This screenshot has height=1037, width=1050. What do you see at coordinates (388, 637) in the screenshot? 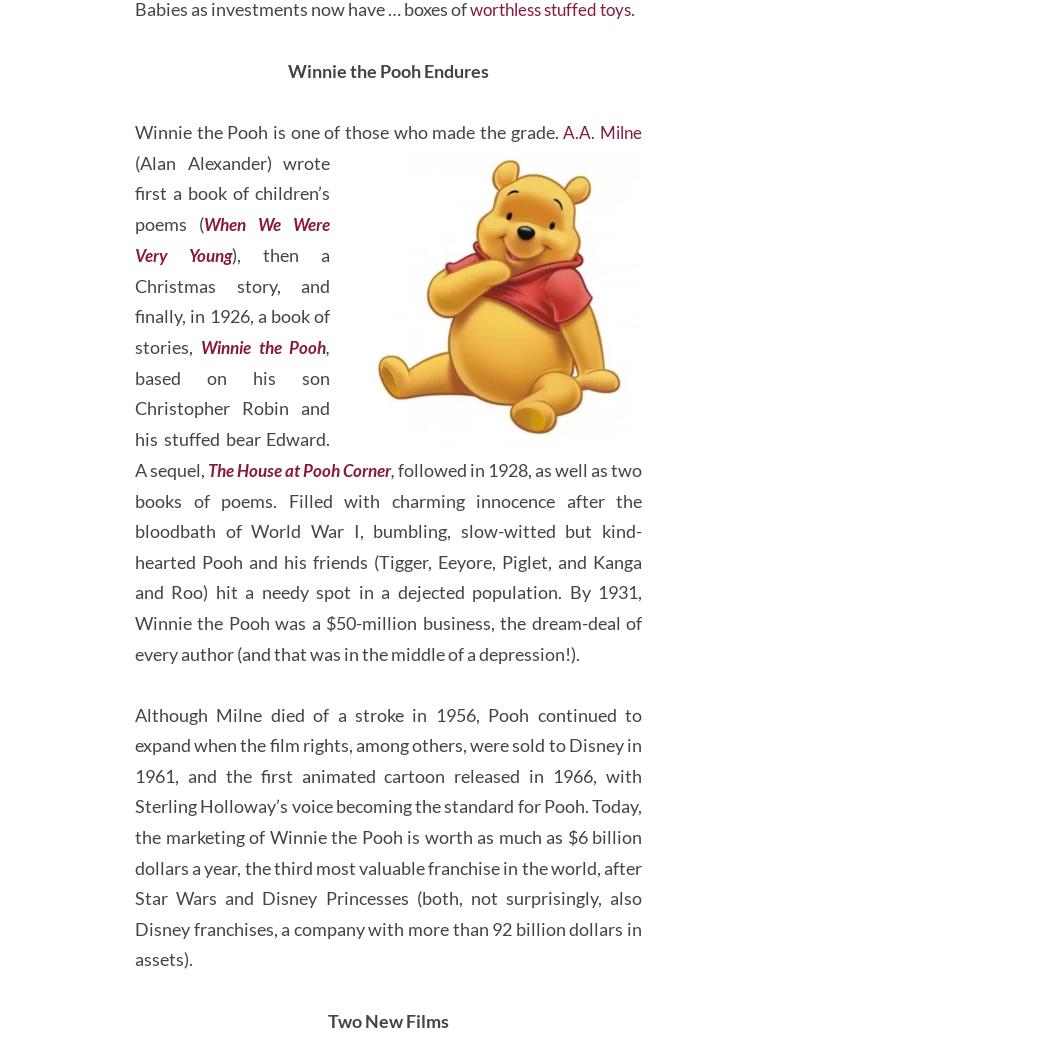
I see `'followed in 1928, as well as two books of poems. Filled with charming innocence after the bloodbath of World War I, bumbling, slow-witted but kind-hearted Pooh and his friends (Tigger, Eeyore, Piglet, and Kanga and Roo) hit a needy spot in a dejected population. By 1931, Winnie the Pooh was a $50-million business, the dream-deal of every author (and that was in the middle of a depression!).'` at bounding box center [388, 637].